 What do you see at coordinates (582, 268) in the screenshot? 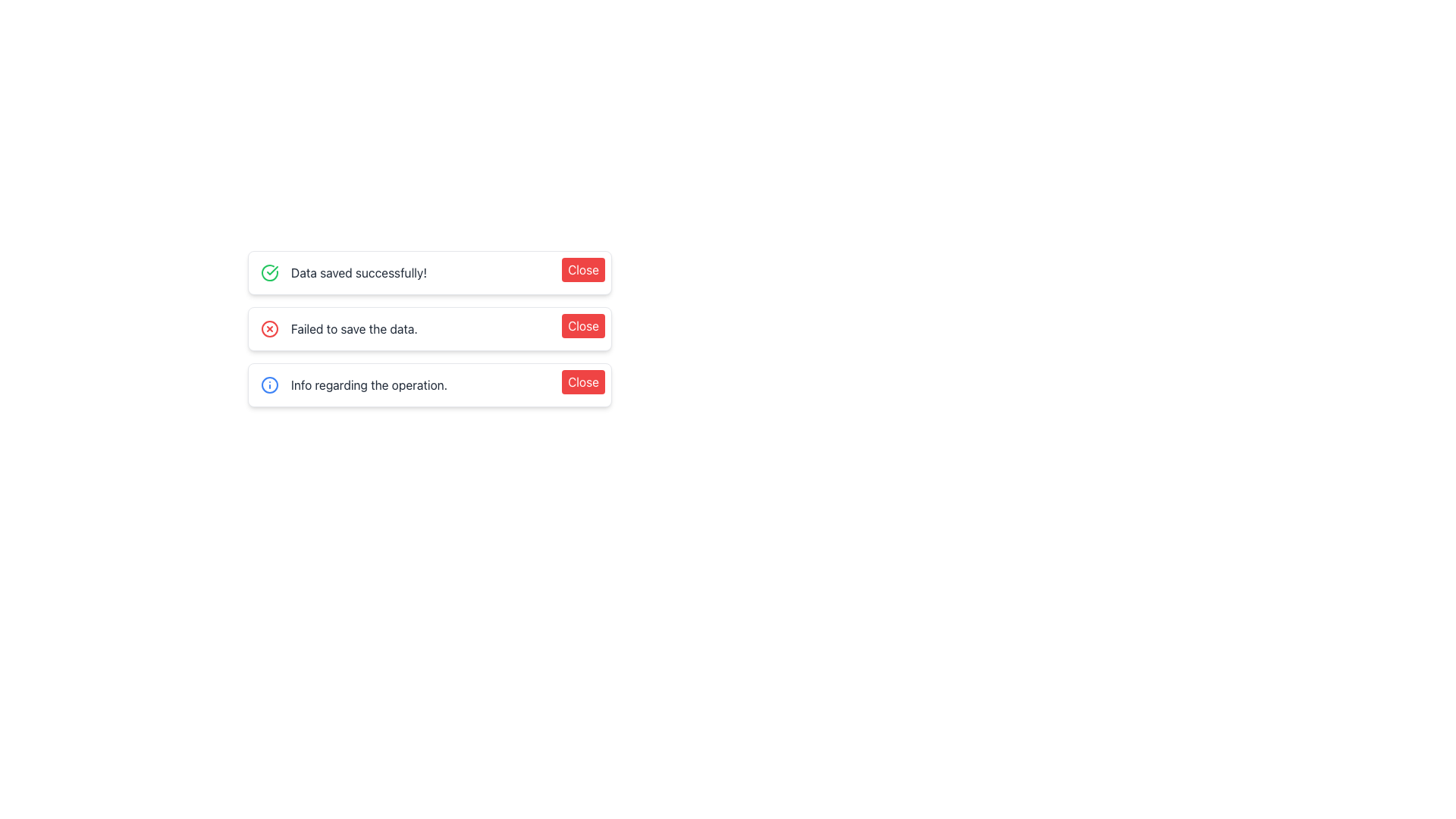
I see `the close button in the top-right corner of the notification card that displays 'Data saved successfully!'` at bounding box center [582, 268].